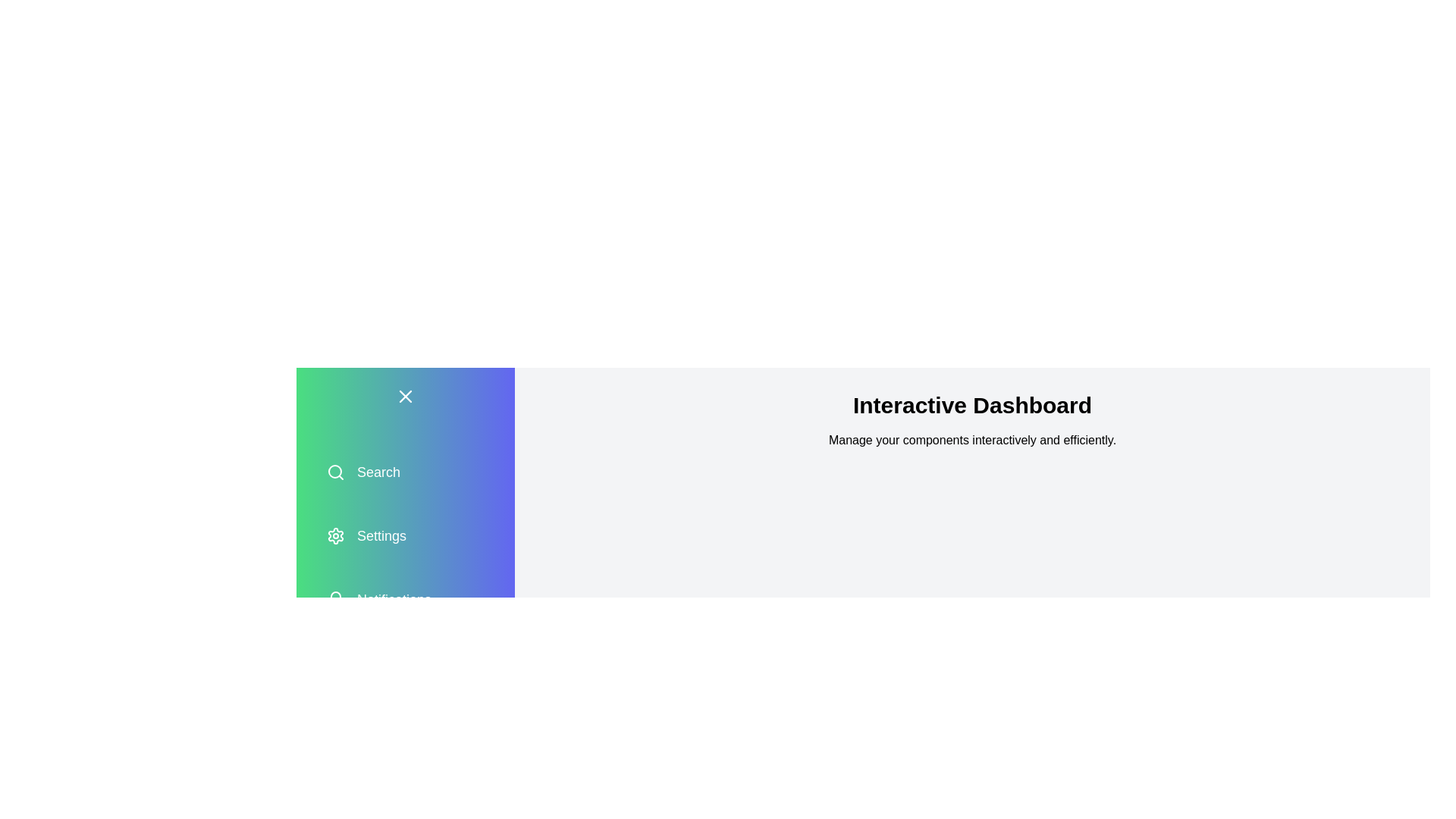  What do you see at coordinates (405, 598) in the screenshot?
I see `the menu option Notifications in the drawer` at bounding box center [405, 598].